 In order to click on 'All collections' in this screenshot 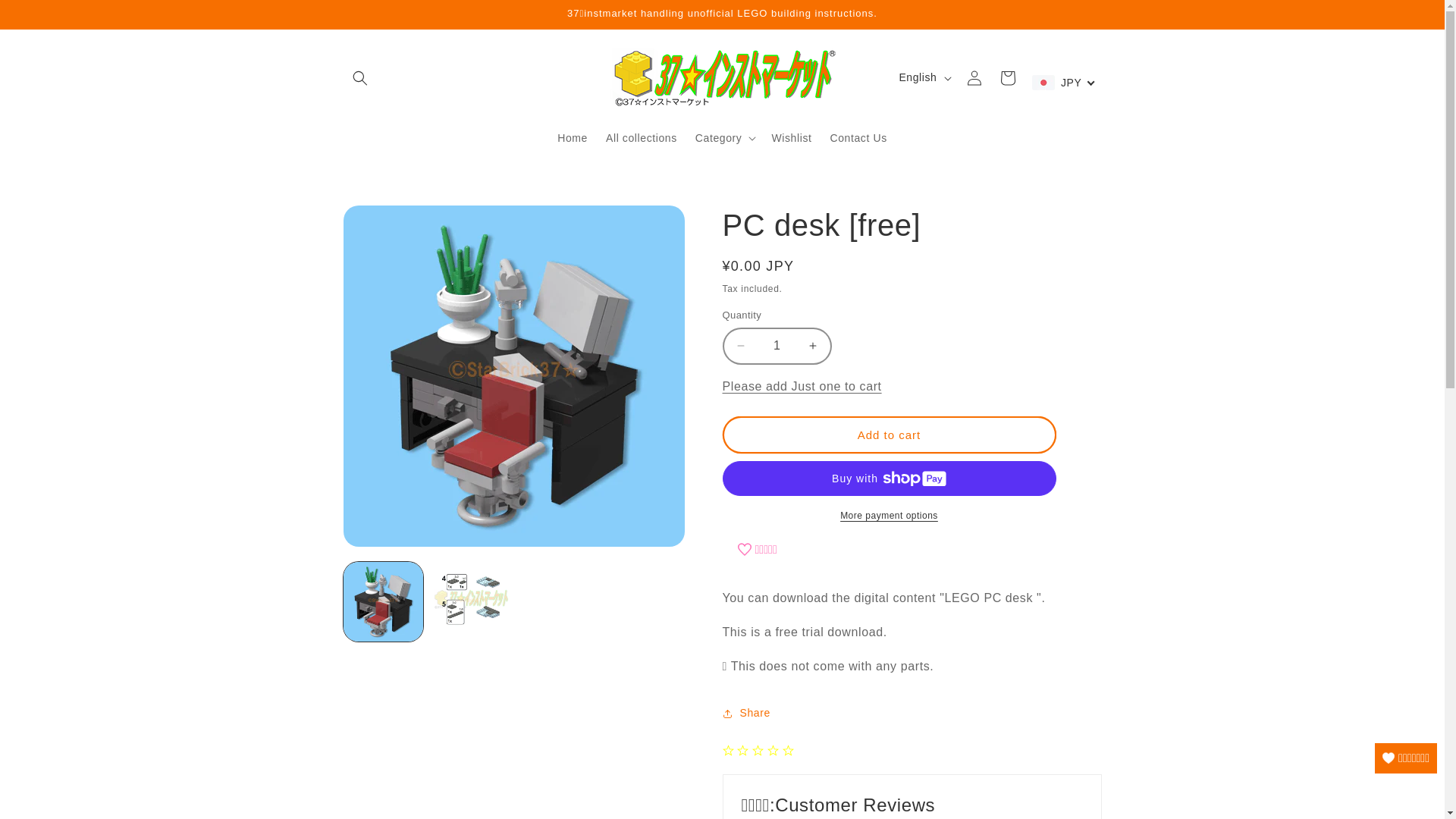, I will do `click(641, 137)`.